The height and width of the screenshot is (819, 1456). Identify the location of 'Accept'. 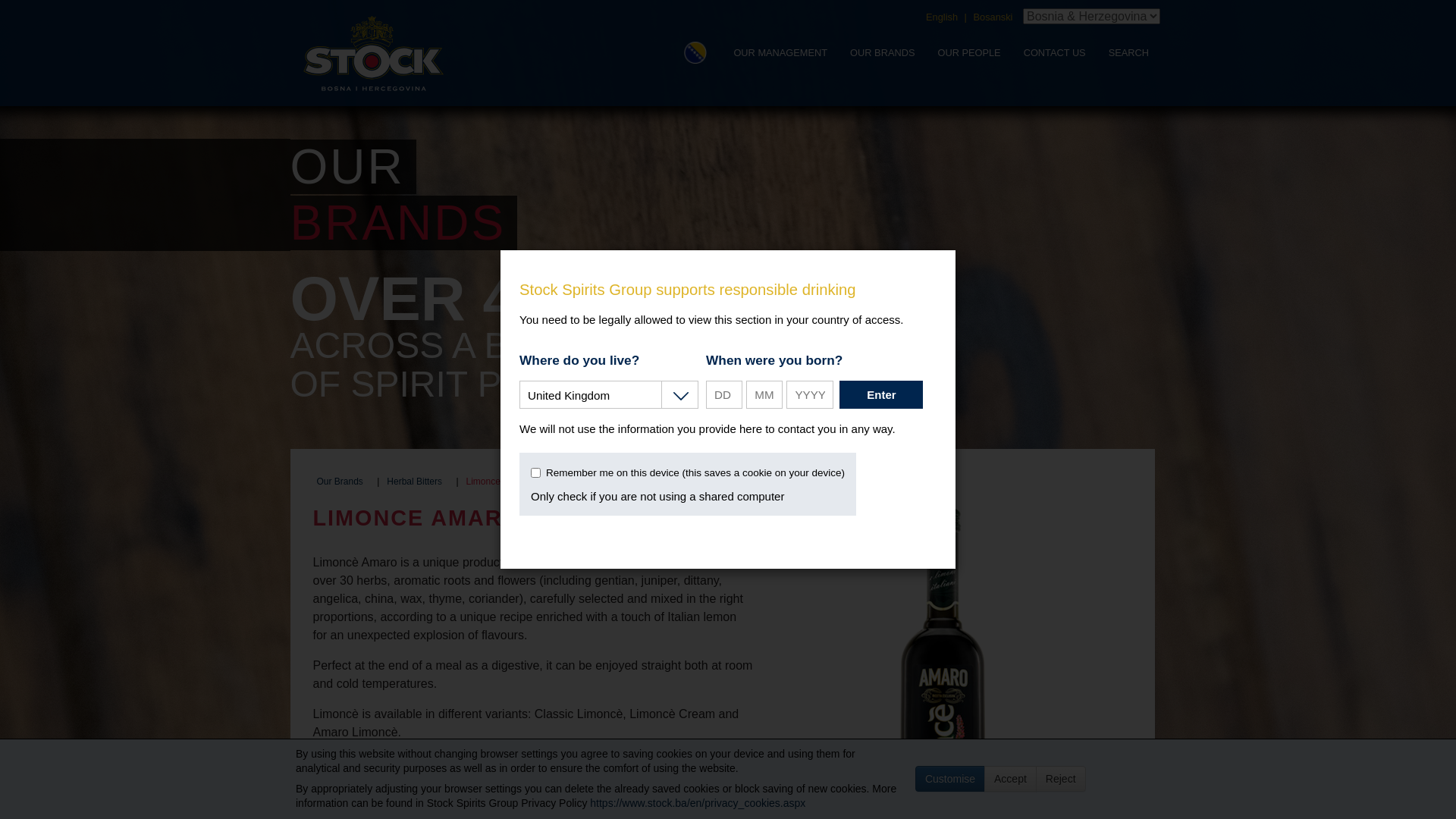
(1010, 778).